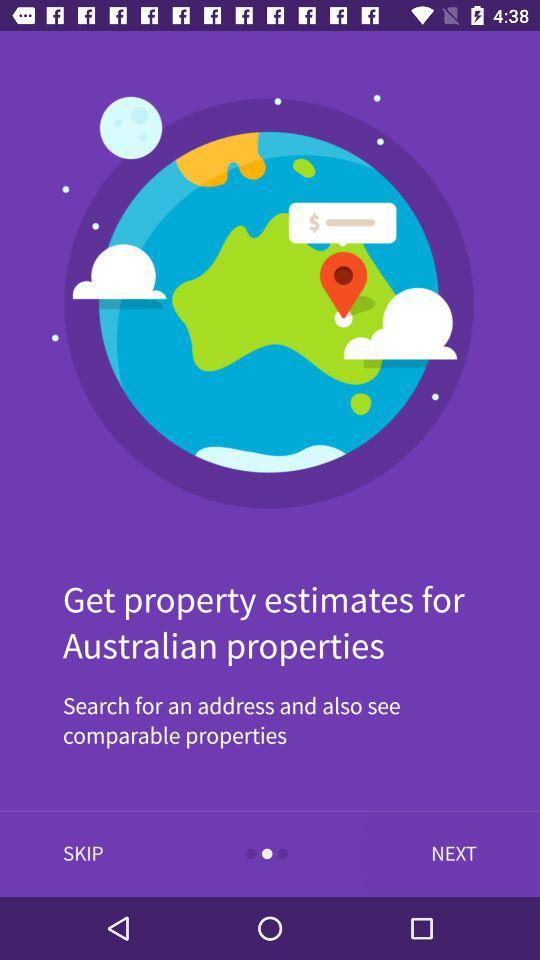 This screenshot has width=540, height=960. Describe the element at coordinates (449, 853) in the screenshot. I see `next icon` at that location.